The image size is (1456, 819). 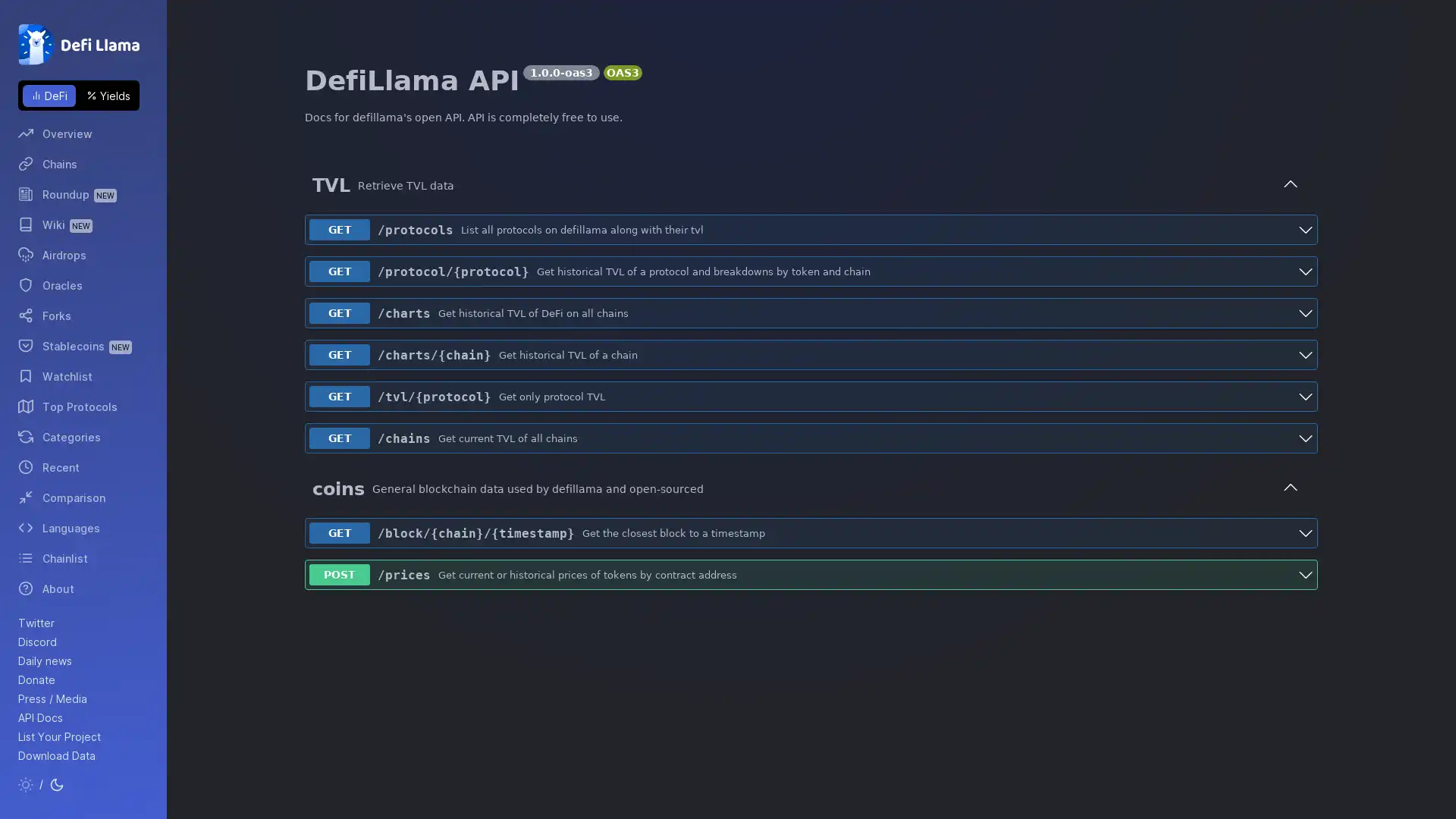 What do you see at coordinates (1290, 488) in the screenshot?
I see `Collapse operation` at bounding box center [1290, 488].